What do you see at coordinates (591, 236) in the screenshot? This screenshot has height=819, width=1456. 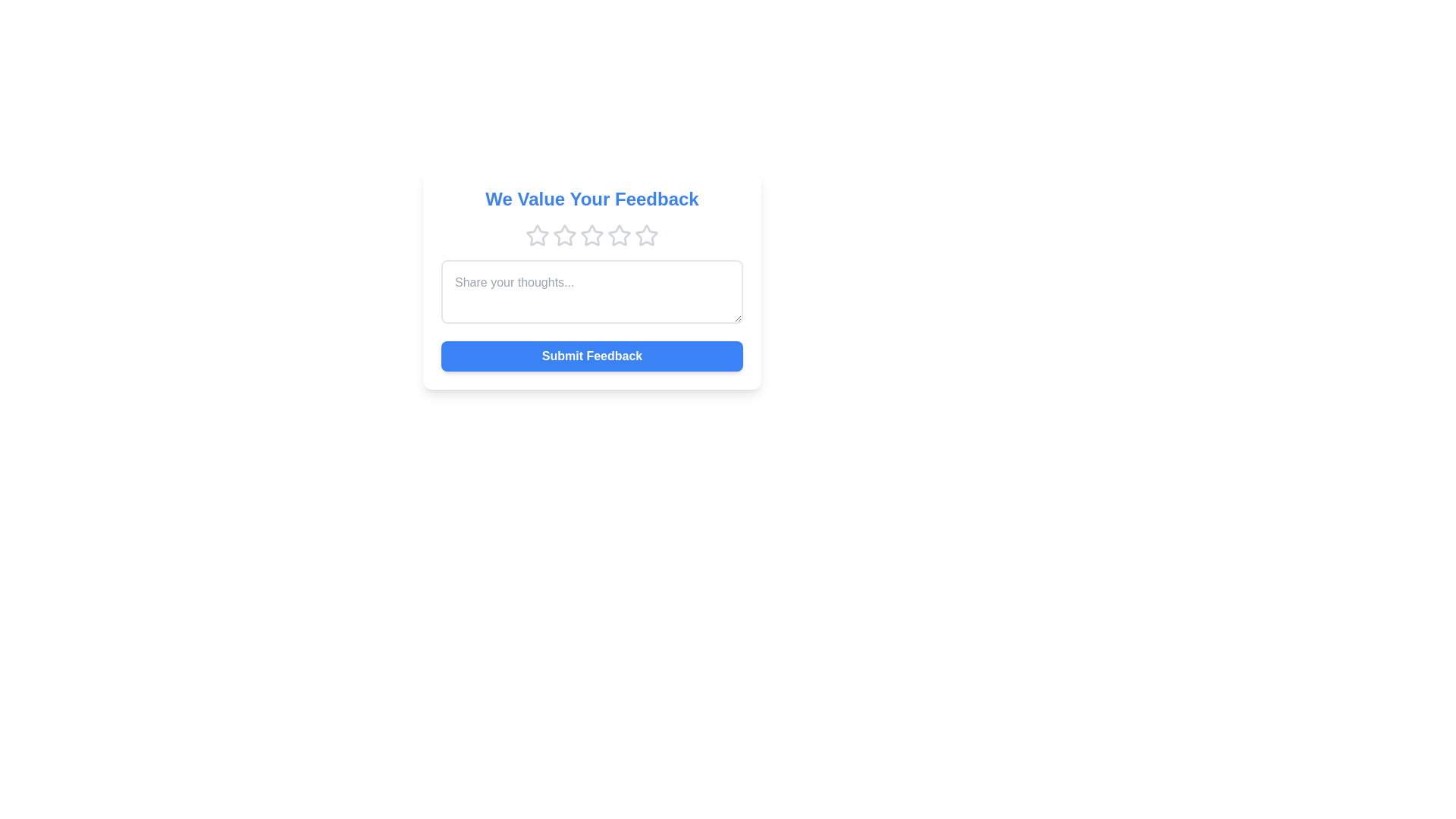 I see `the star corresponding to the desired rating 3` at bounding box center [591, 236].